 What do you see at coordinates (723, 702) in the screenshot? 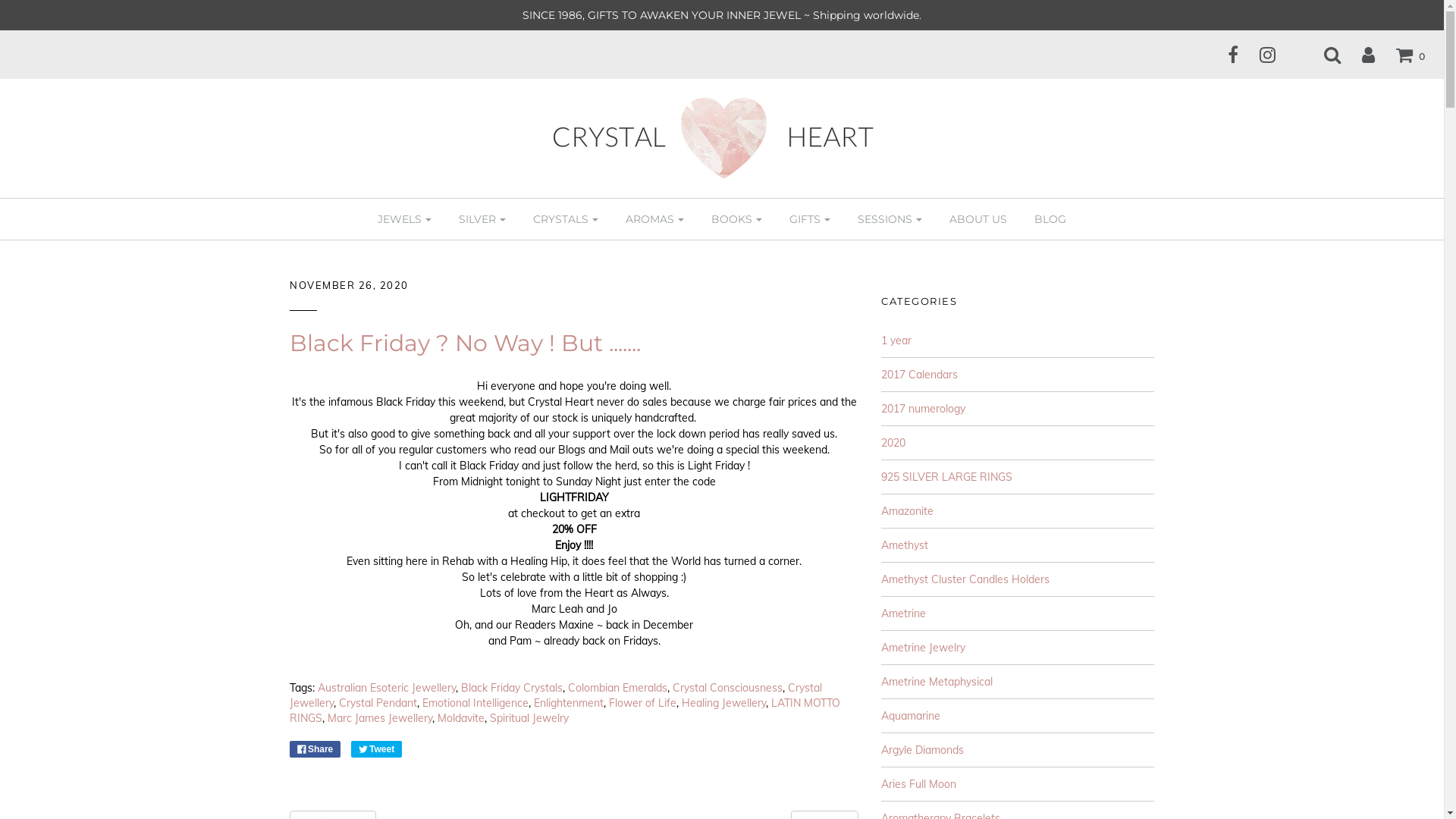
I see `'Healing Jewellery'` at bounding box center [723, 702].